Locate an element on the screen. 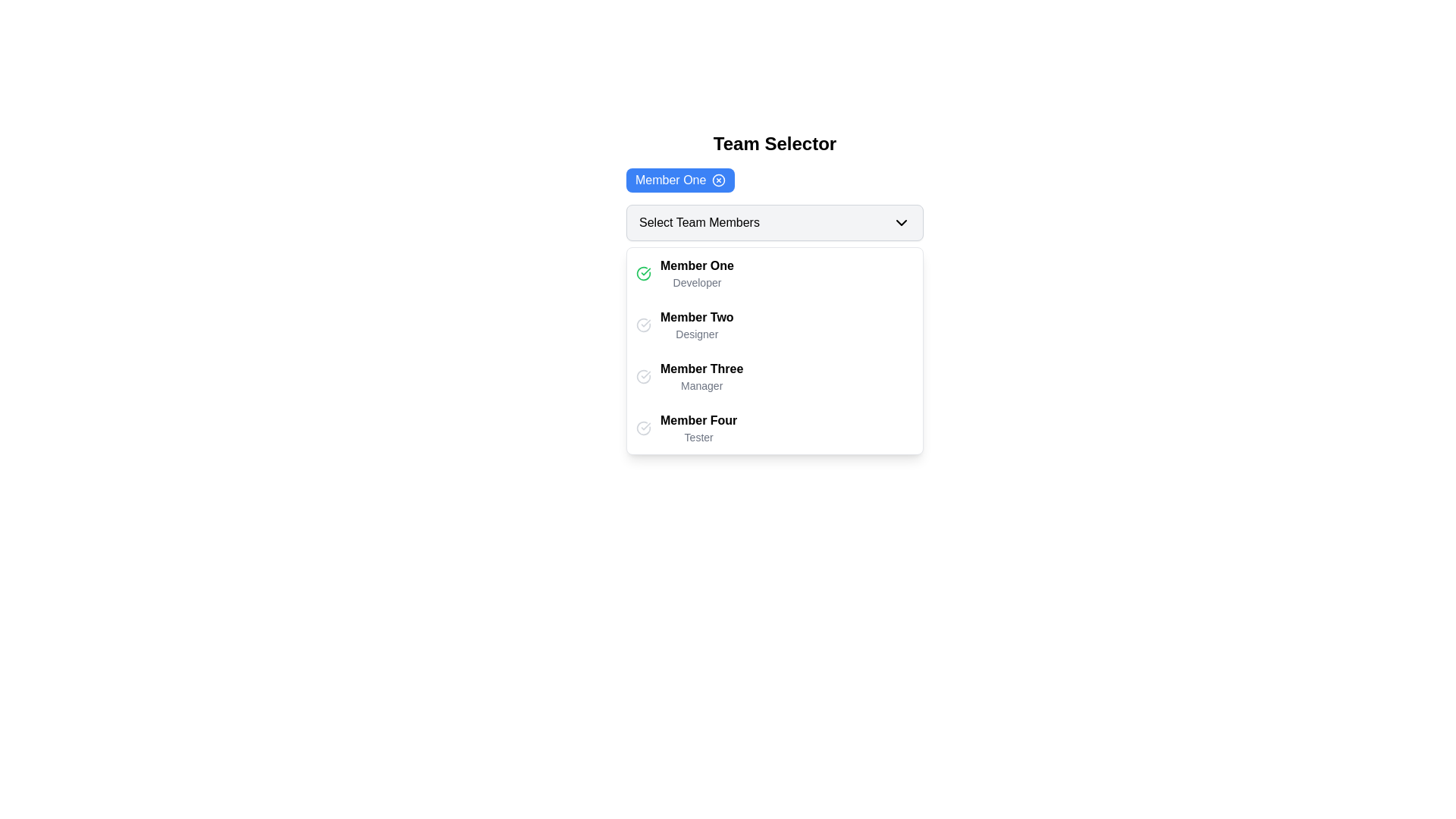 This screenshot has height=819, width=1456. text of the 'Member Two' entry in the dropdown menu under the 'Select Team Members' section, which is displayed in bold font style is located at coordinates (696, 316).